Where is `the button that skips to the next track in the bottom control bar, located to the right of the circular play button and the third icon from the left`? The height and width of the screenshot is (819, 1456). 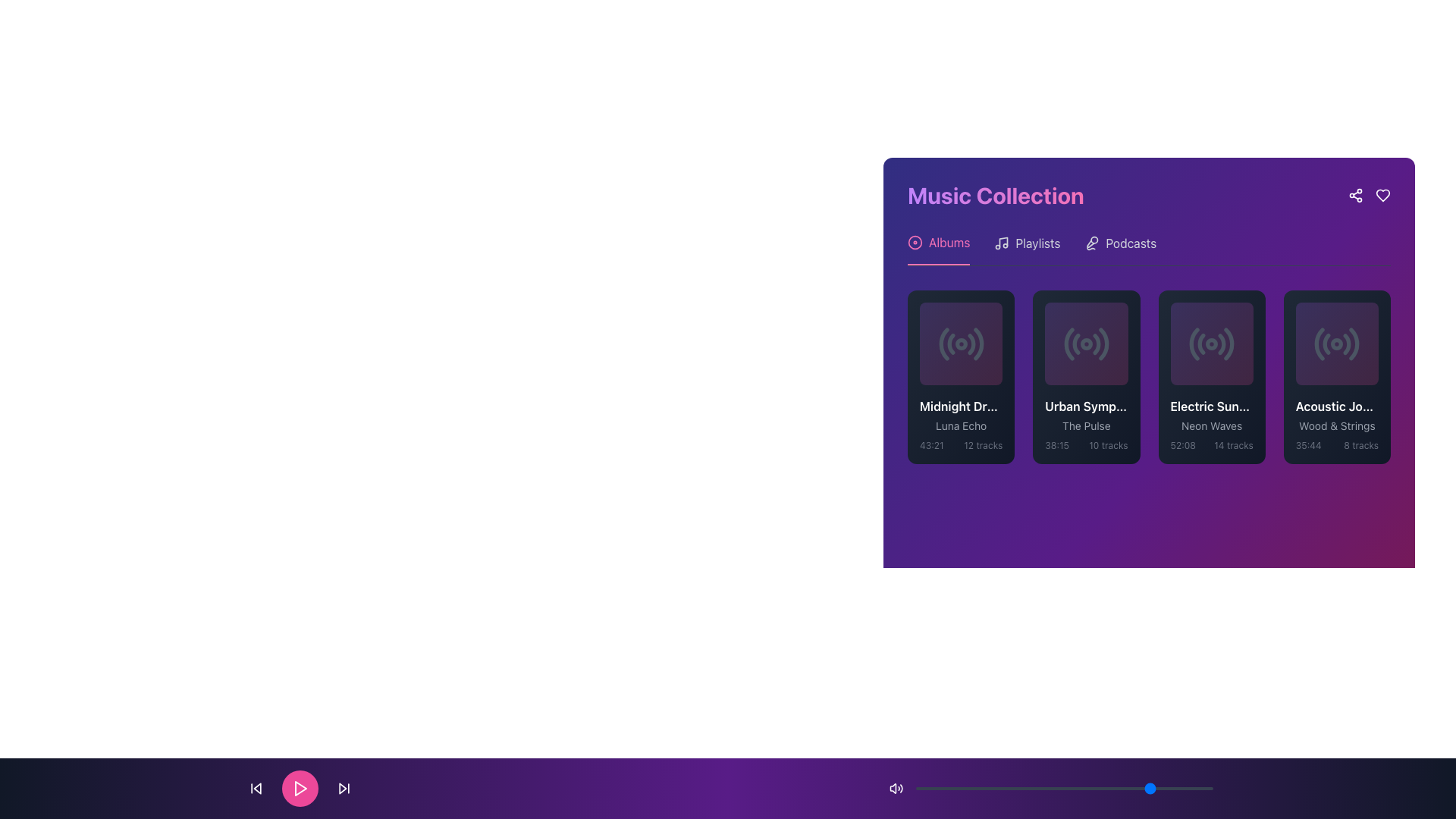 the button that skips to the next track in the bottom control bar, located to the right of the circular play button and the third icon from the left is located at coordinates (344, 788).